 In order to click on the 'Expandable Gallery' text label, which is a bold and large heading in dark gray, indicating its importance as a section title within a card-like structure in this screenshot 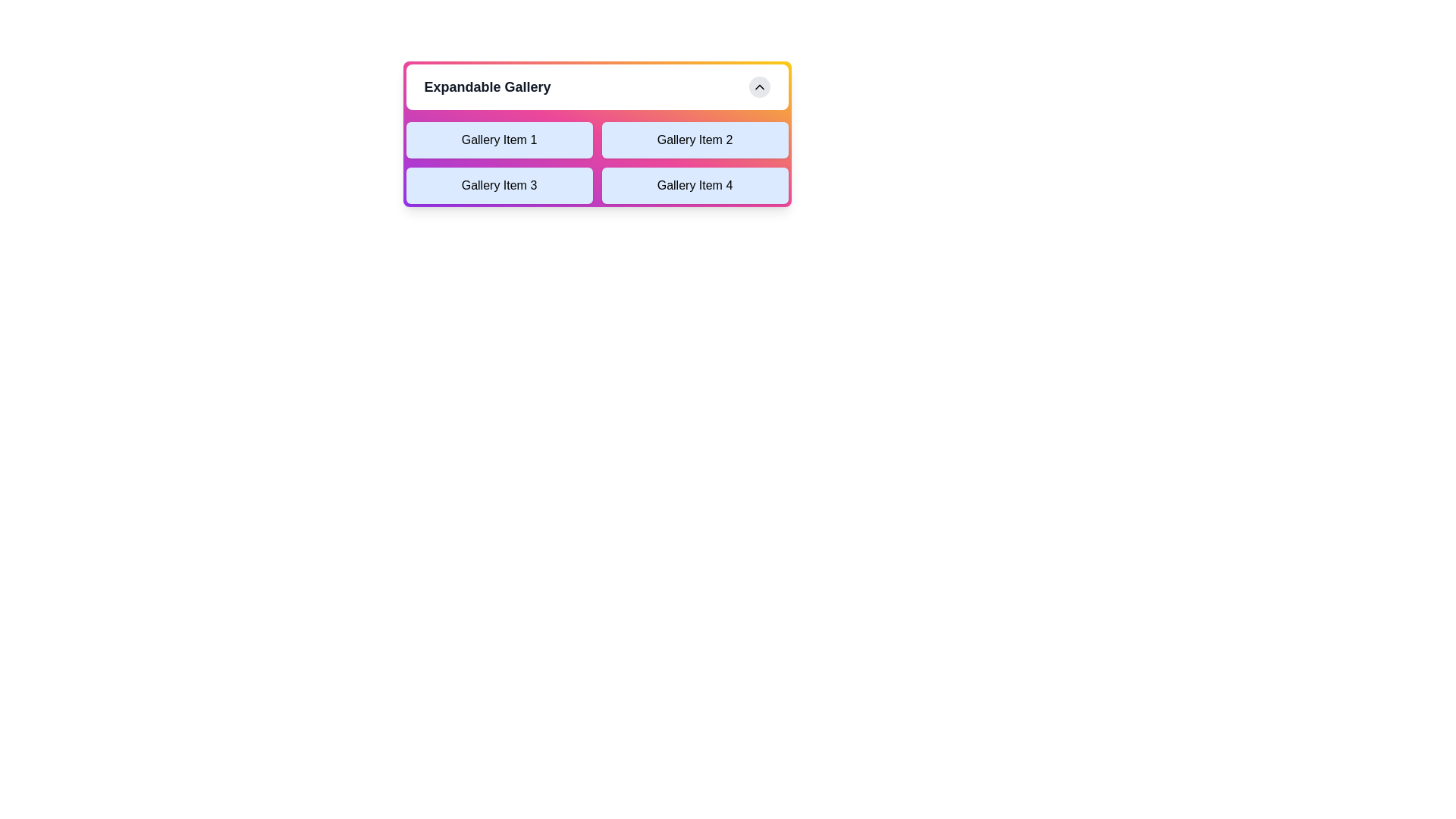, I will do `click(488, 87)`.